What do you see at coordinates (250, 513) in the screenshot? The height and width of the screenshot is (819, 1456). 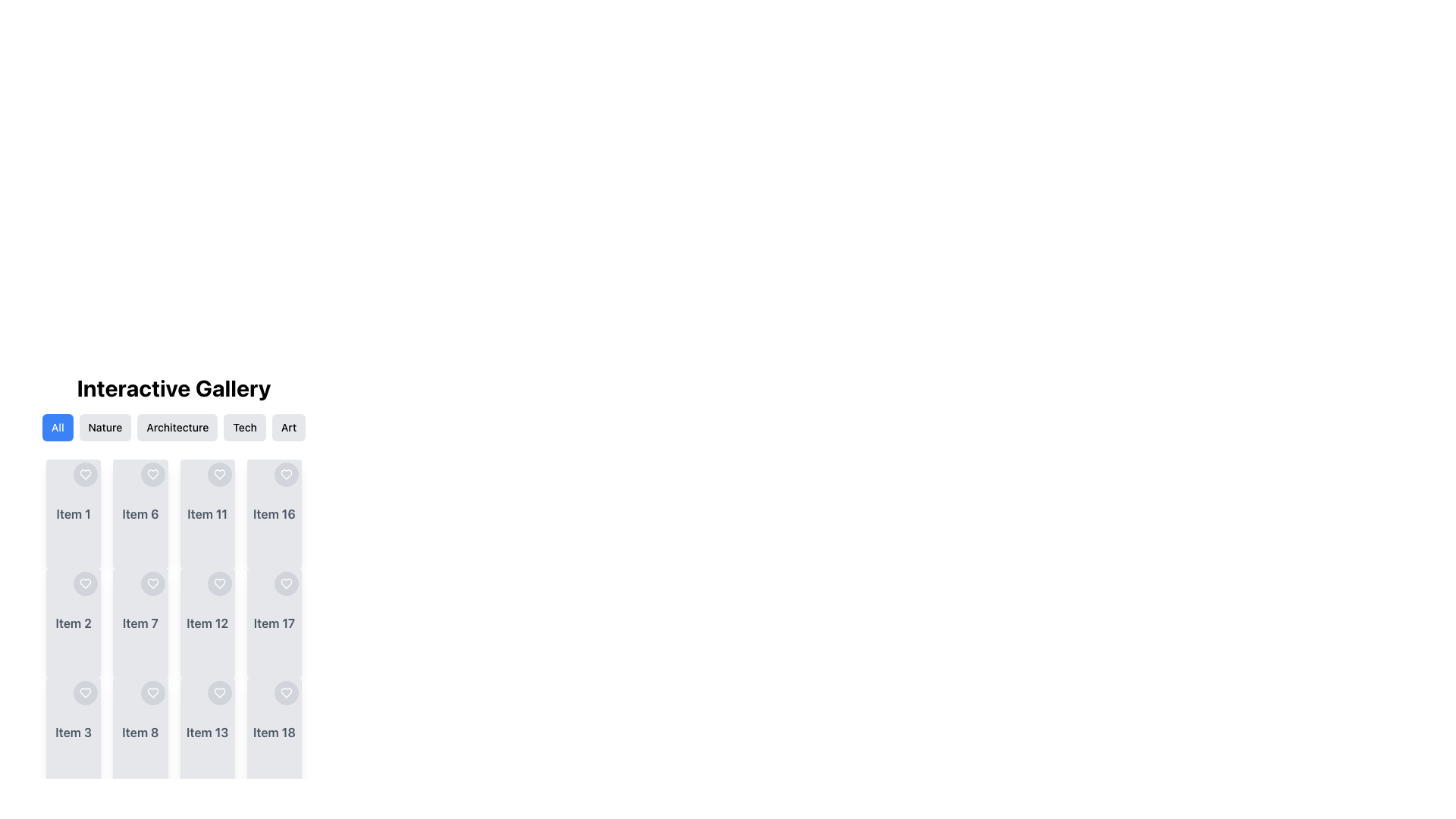 I see `the decorative icon next to the 'View Details' button in the fourth column under 'Item 16' in the 'Interactive Gallery'` at bounding box center [250, 513].